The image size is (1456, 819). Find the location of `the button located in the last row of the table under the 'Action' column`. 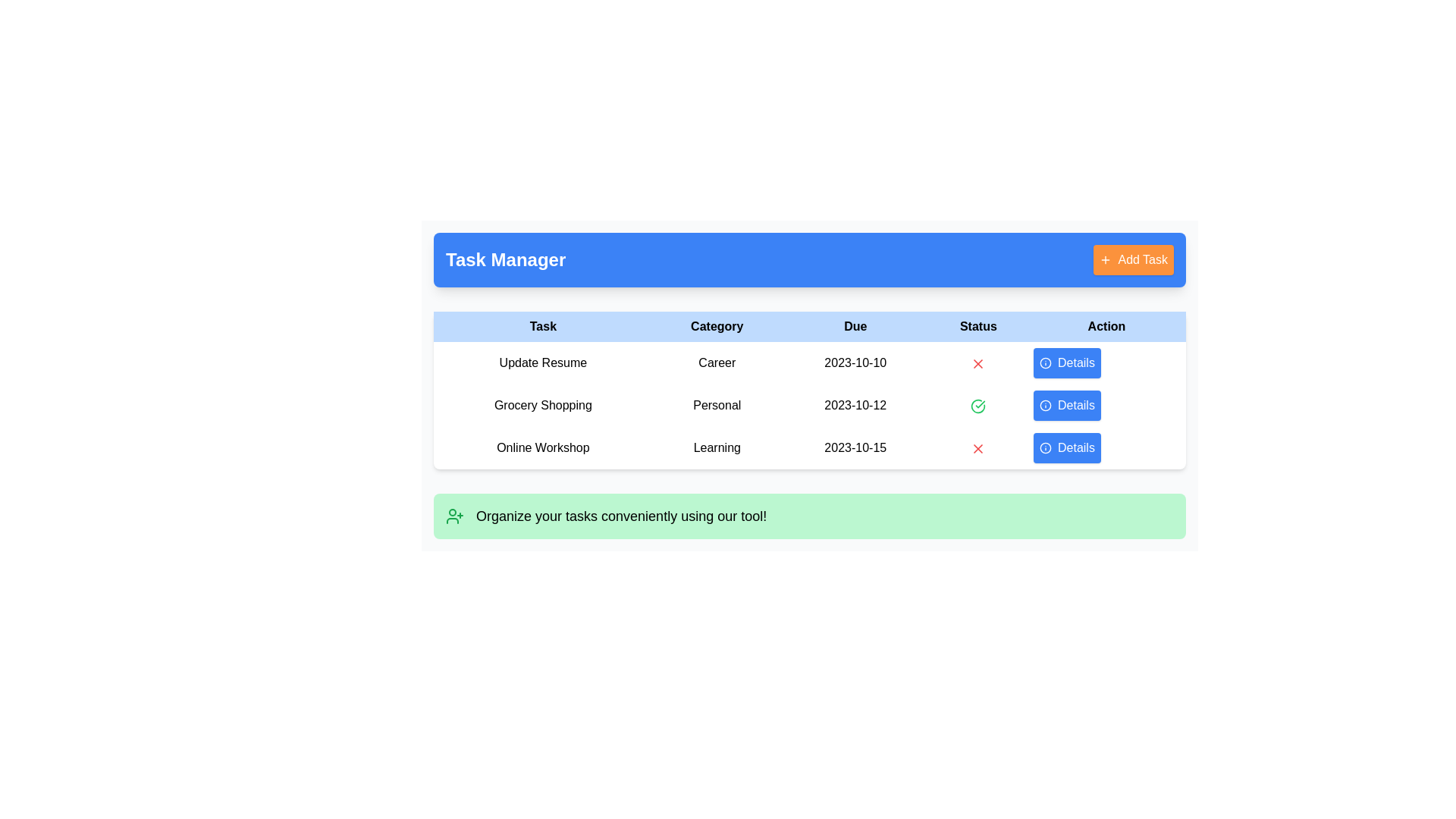

the button located in the last row of the table under the 'Action' column is located at coordinates (1066, 447).